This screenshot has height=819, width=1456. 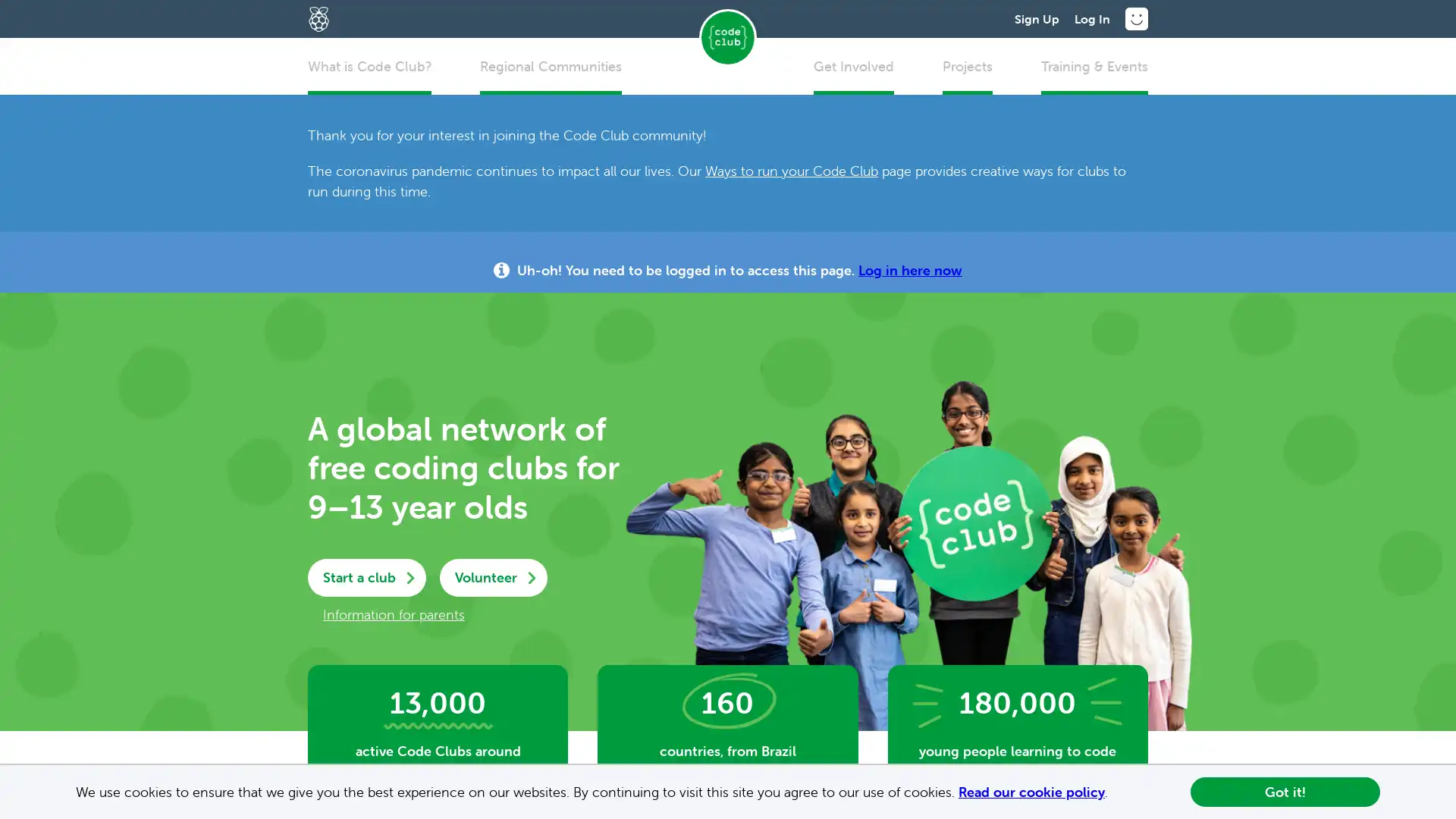 What do you see at coordinates (1114, 792) in the screenshot?
I see `learn more about cookies` at bounding box center [1114, 792].